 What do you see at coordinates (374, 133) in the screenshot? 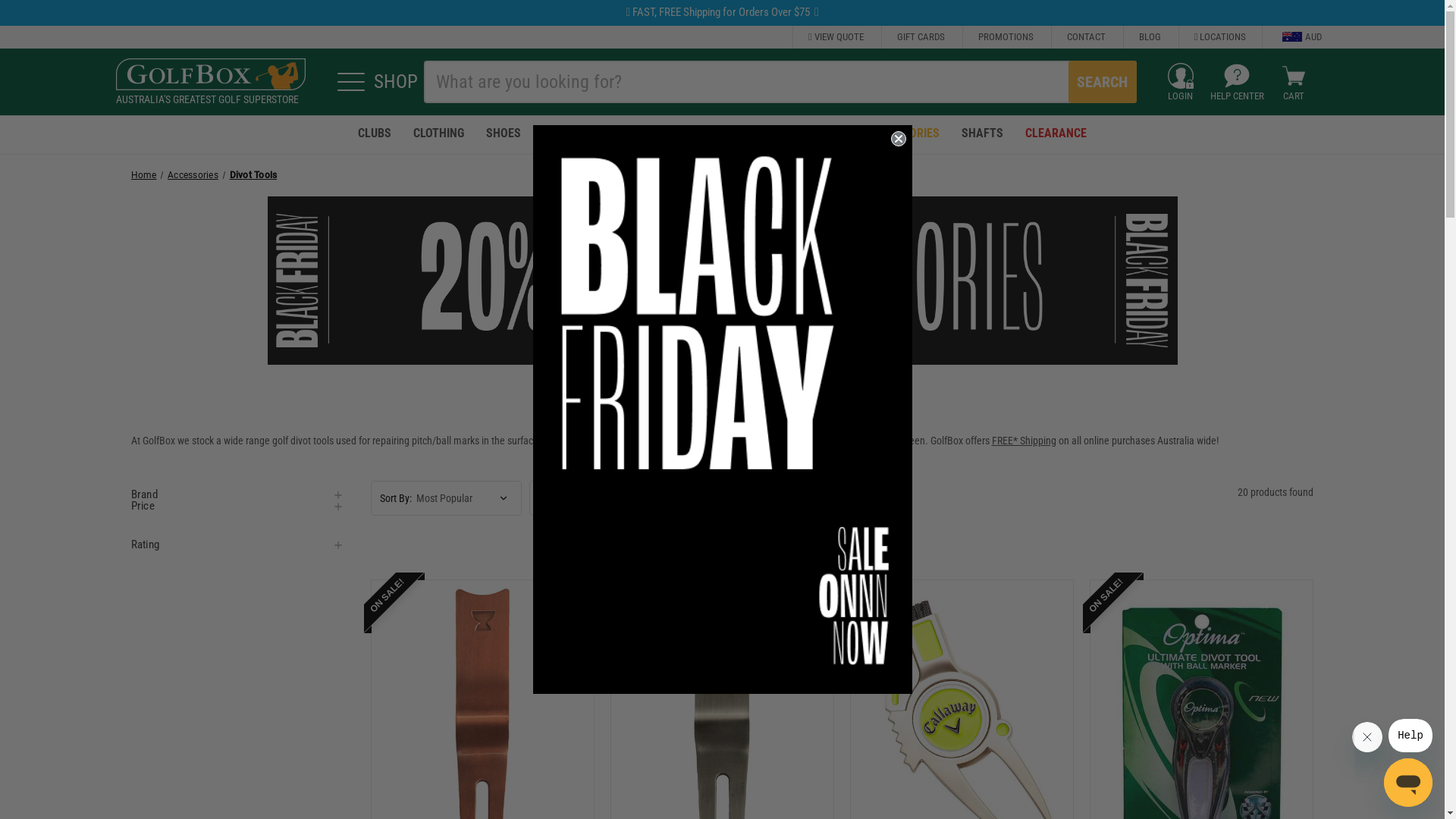
I see `'CLUBS'` at bounding box center [374, 133].